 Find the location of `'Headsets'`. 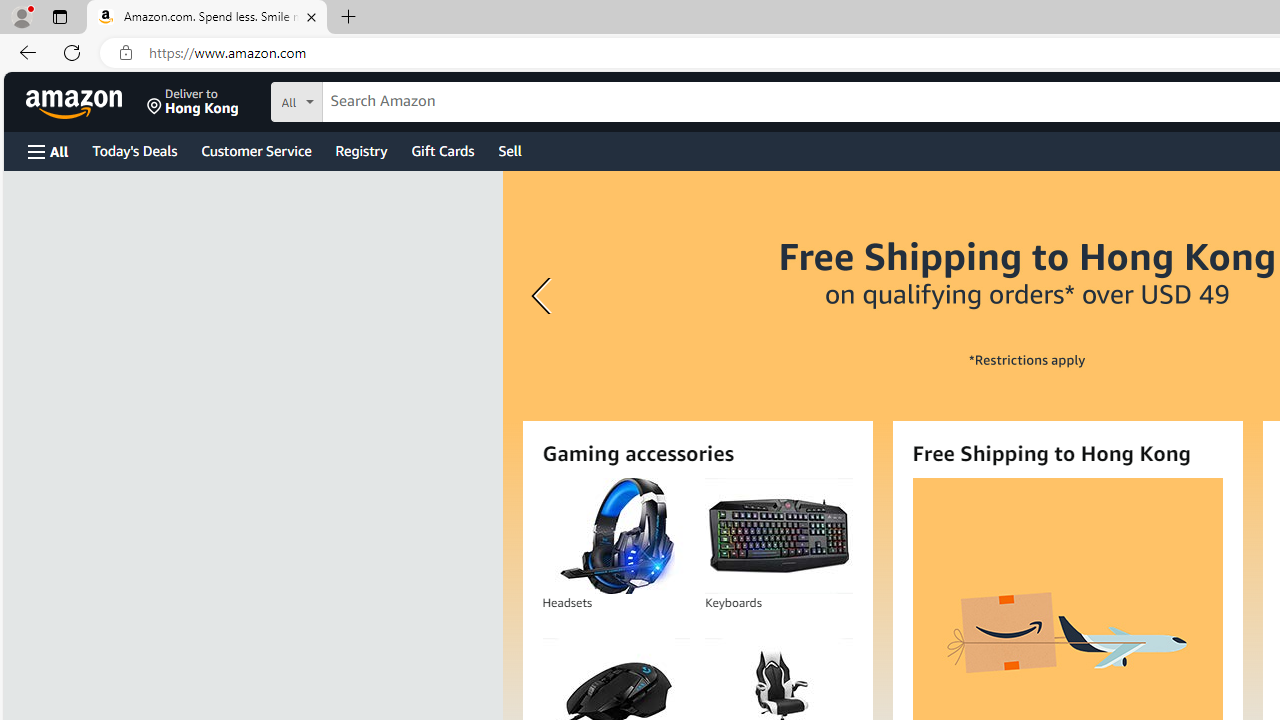

'Headsets' is located at coordinates (615, 535).